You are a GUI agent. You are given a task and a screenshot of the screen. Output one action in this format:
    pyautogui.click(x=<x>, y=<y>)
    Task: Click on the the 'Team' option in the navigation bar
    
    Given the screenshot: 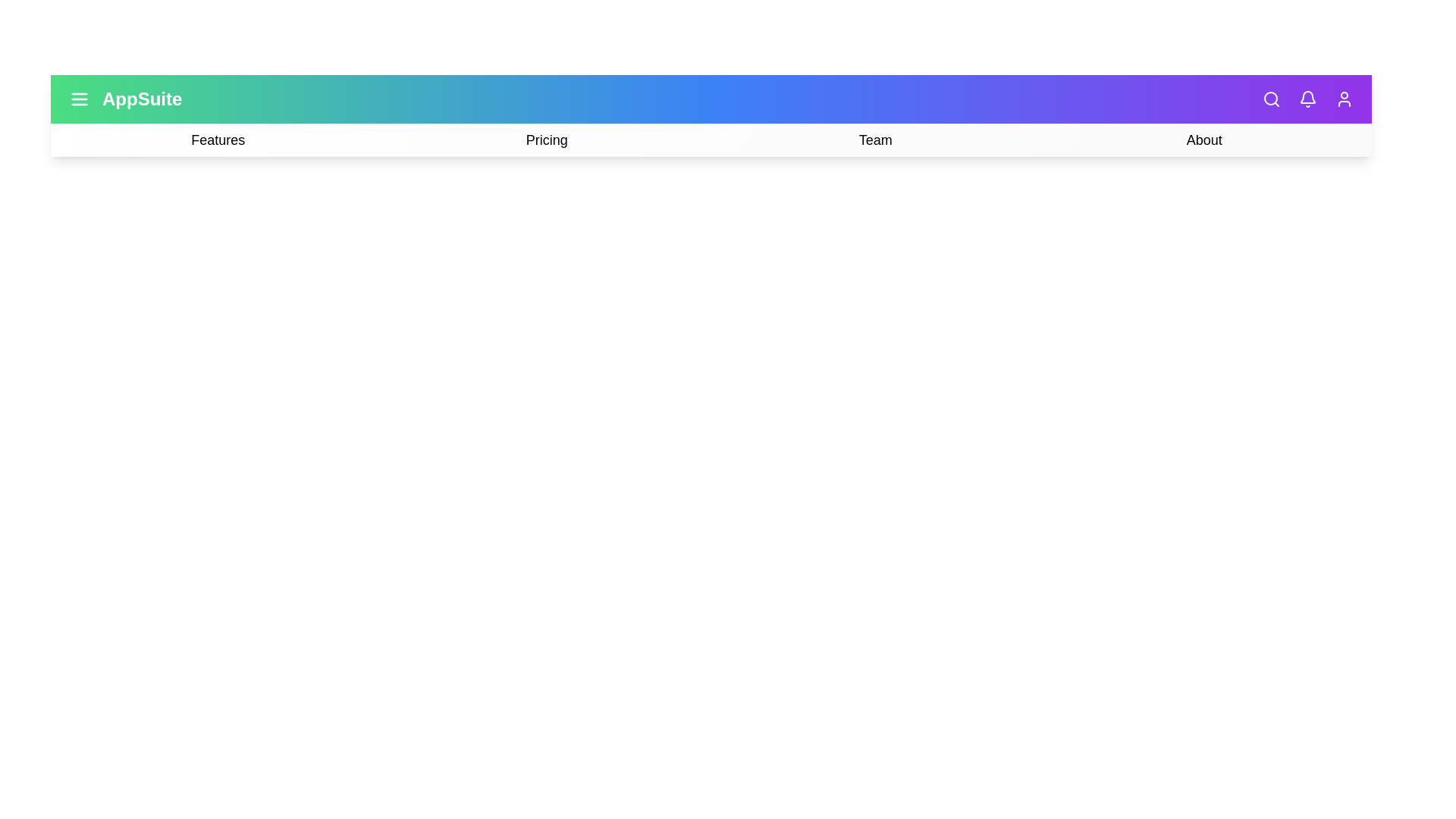 What is the action you would take?
    pyautogui.click(x=875, y=140)
    